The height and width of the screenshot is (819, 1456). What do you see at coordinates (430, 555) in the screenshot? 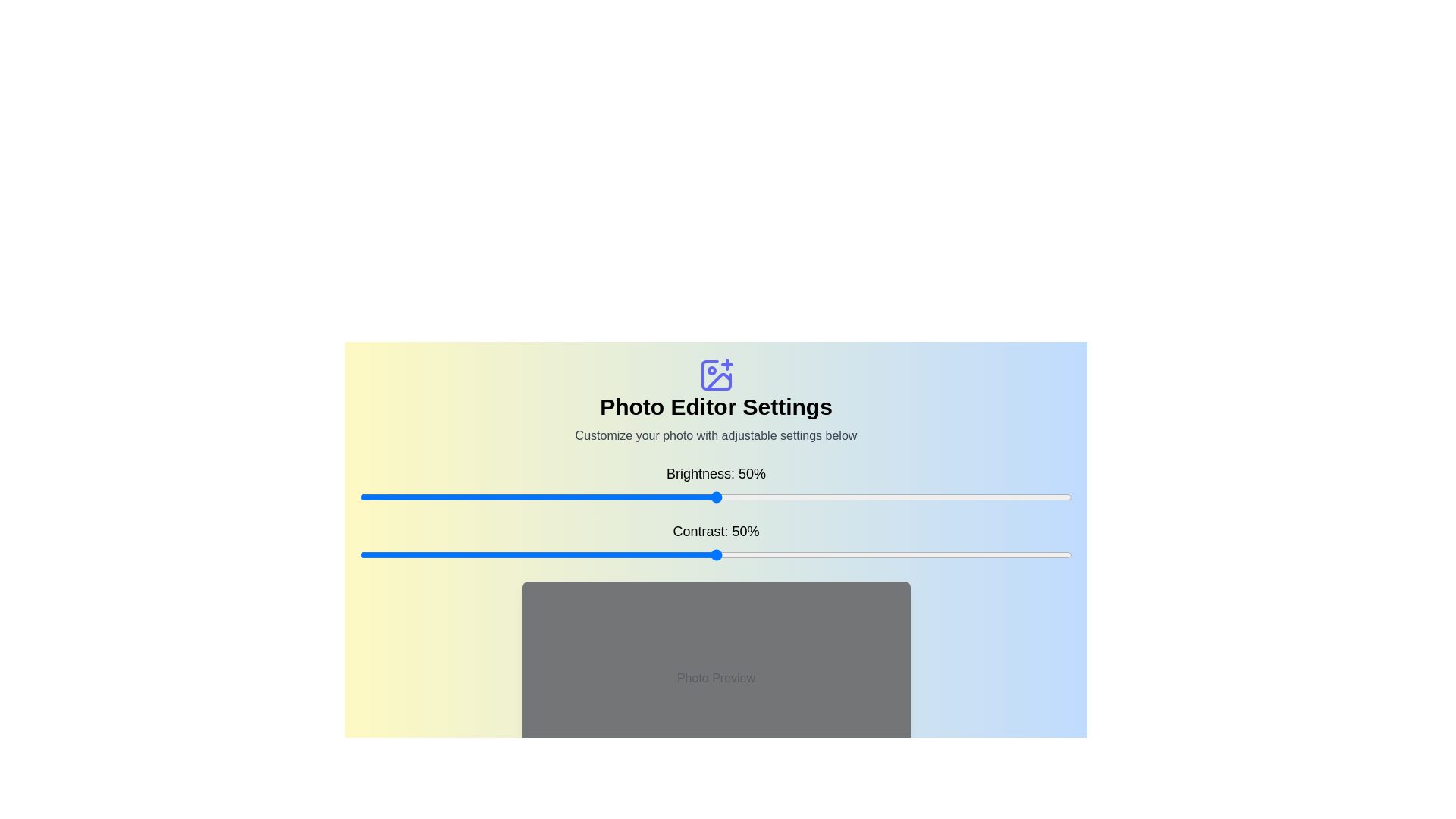
I see `the contrast slider to 10%` at bounding box center [430, 555].